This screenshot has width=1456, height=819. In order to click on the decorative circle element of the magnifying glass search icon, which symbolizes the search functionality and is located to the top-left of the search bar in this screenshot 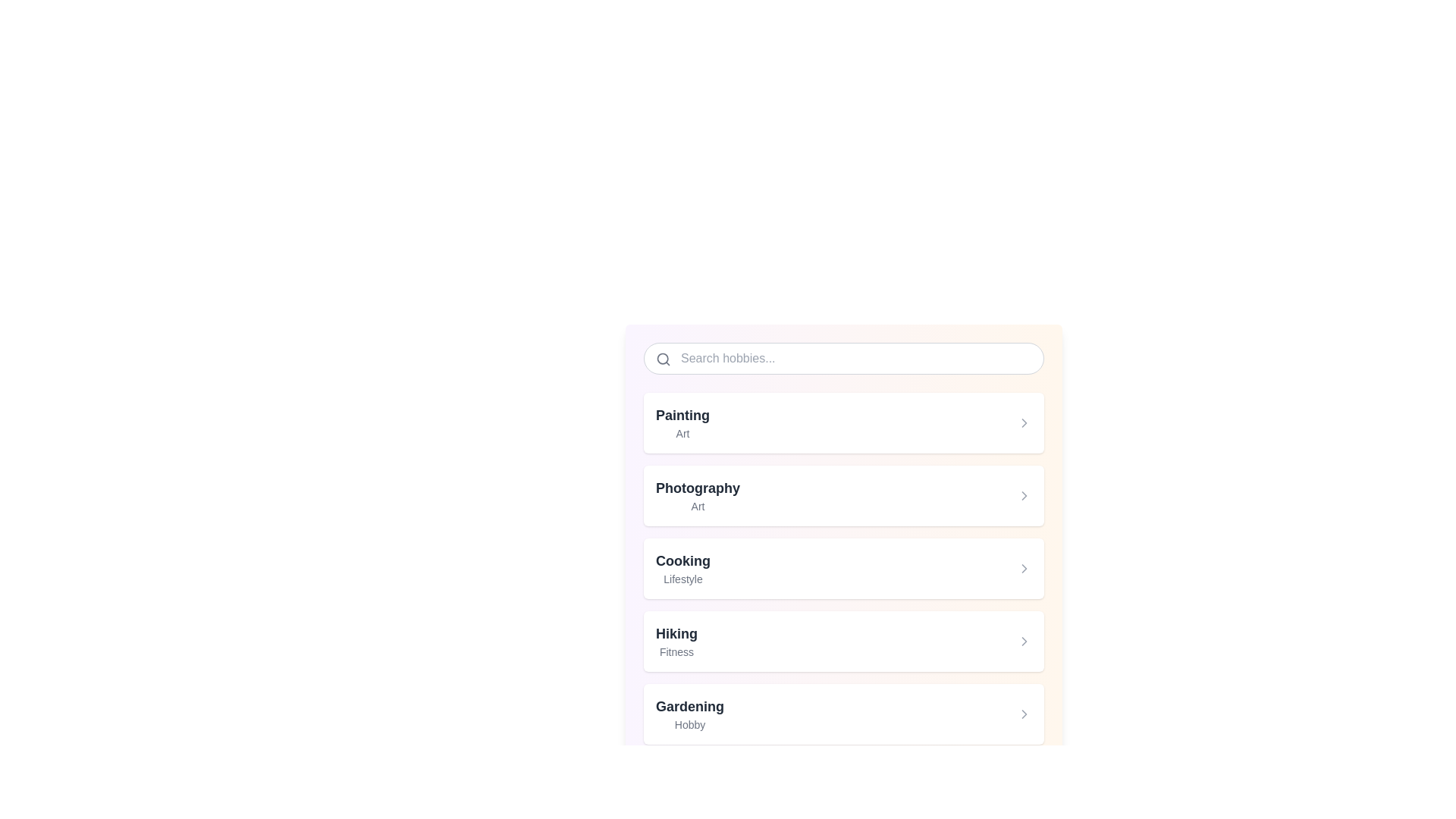, I will do `click(663, 359)`.